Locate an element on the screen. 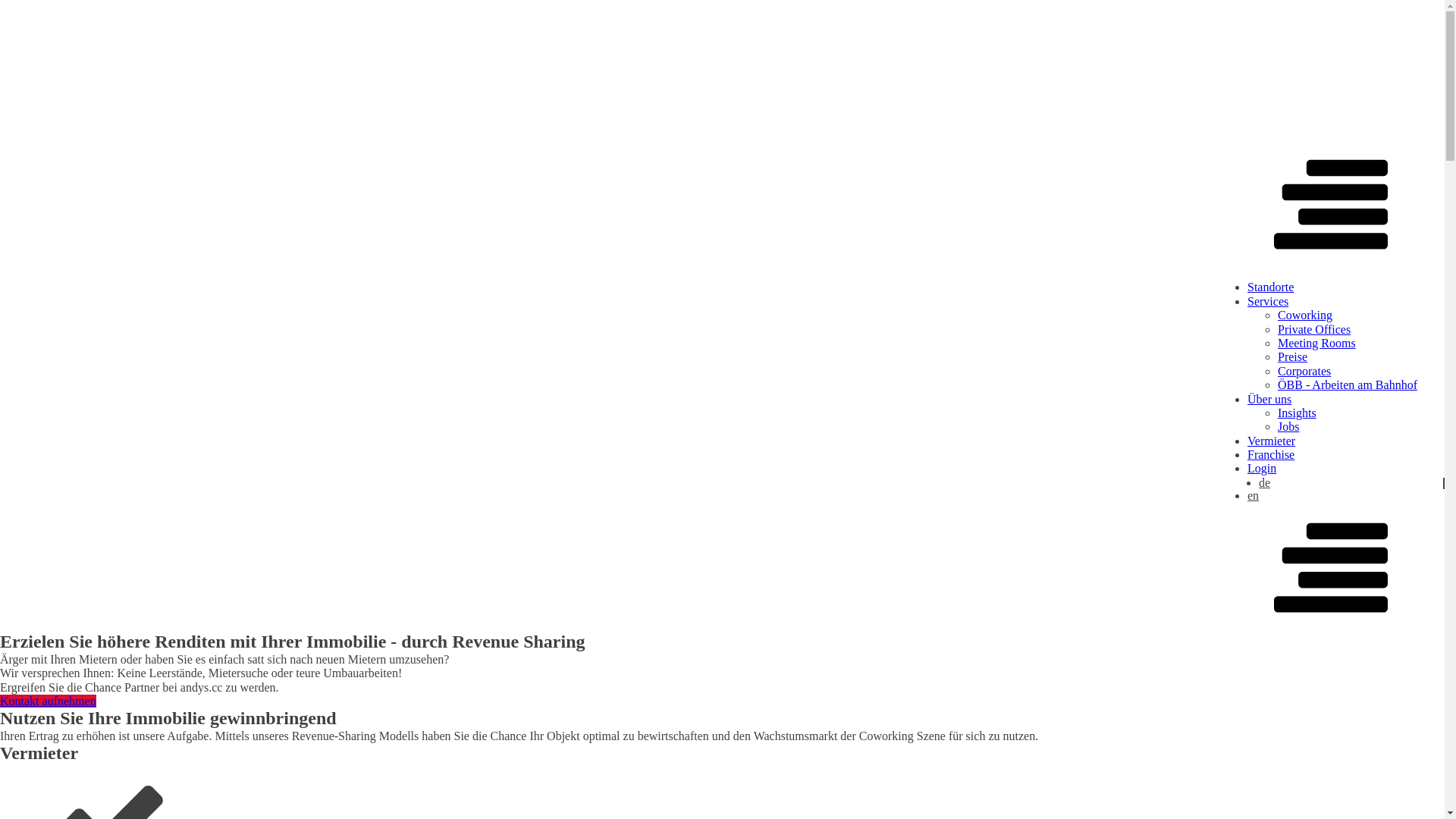  'Franchise' is located at coordinates (1270, 453).